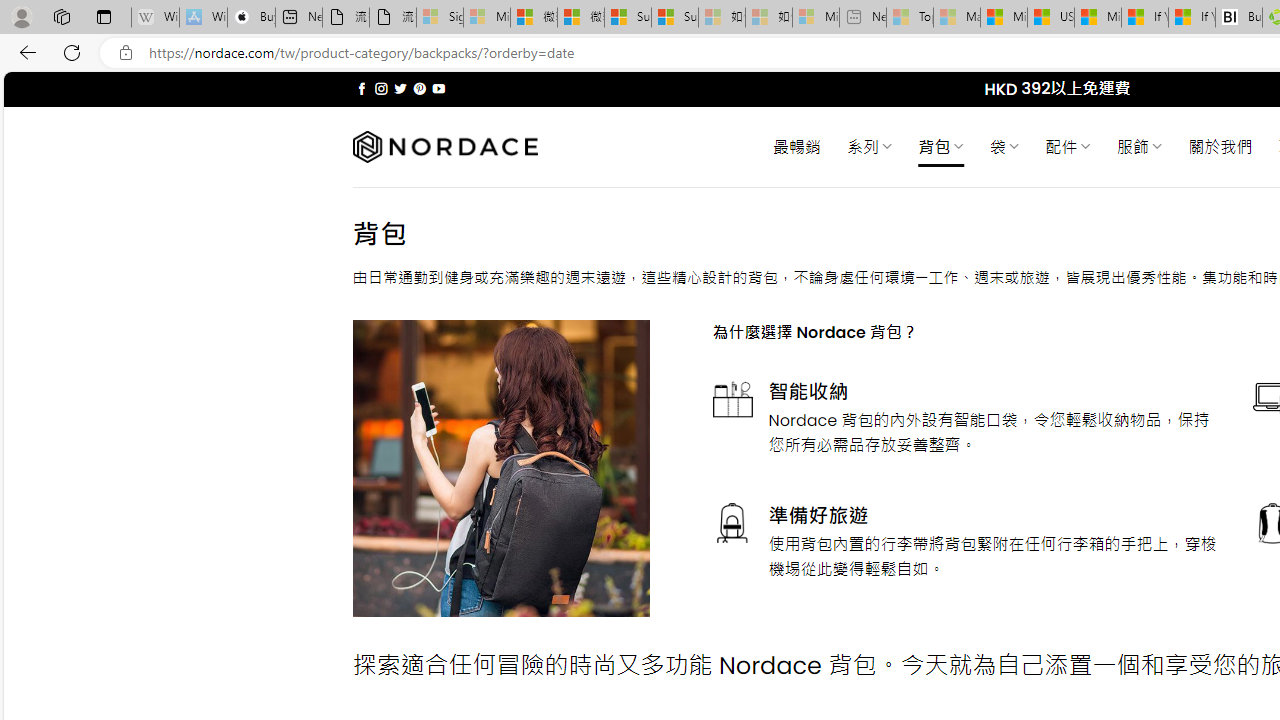 This screenshot has width=1280, height=720. What do you see at coordinates (862, 17) in the screenshot?
I see `'New tab - Sleeping'` at bounding box center [862, 17].